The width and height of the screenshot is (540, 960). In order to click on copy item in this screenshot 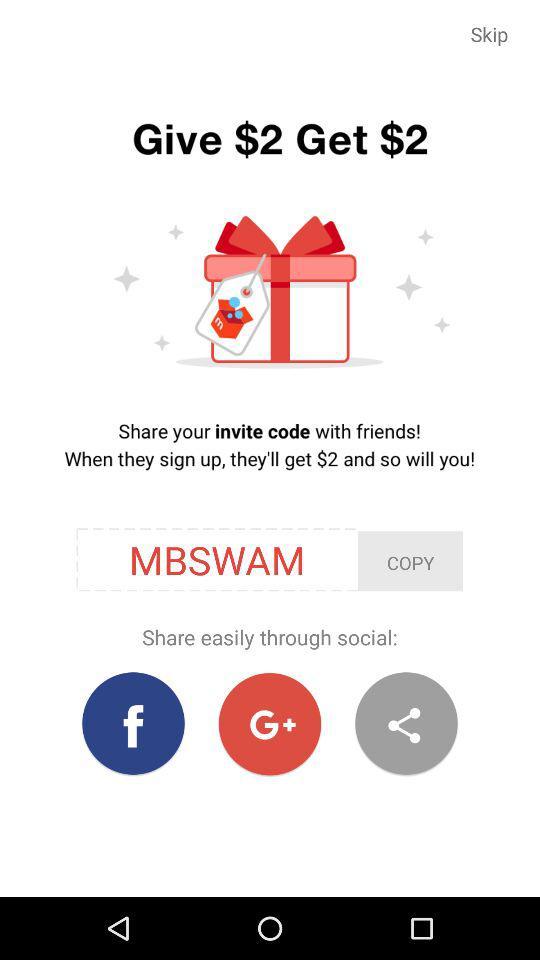, I will do `click(409, 561)`.